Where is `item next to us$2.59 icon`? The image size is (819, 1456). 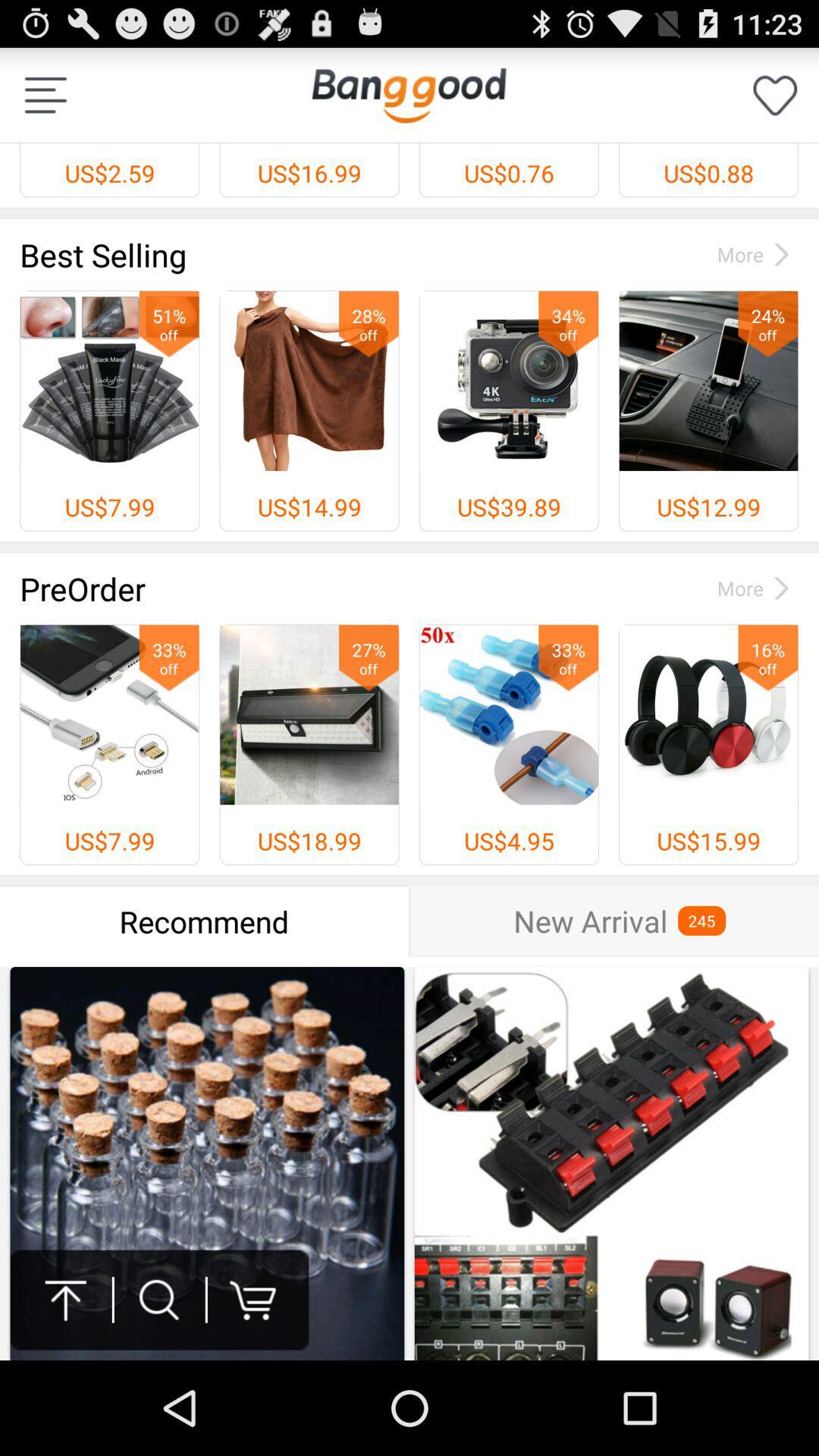 item next to us$2.59 icon is located at coordinates (408, 94).